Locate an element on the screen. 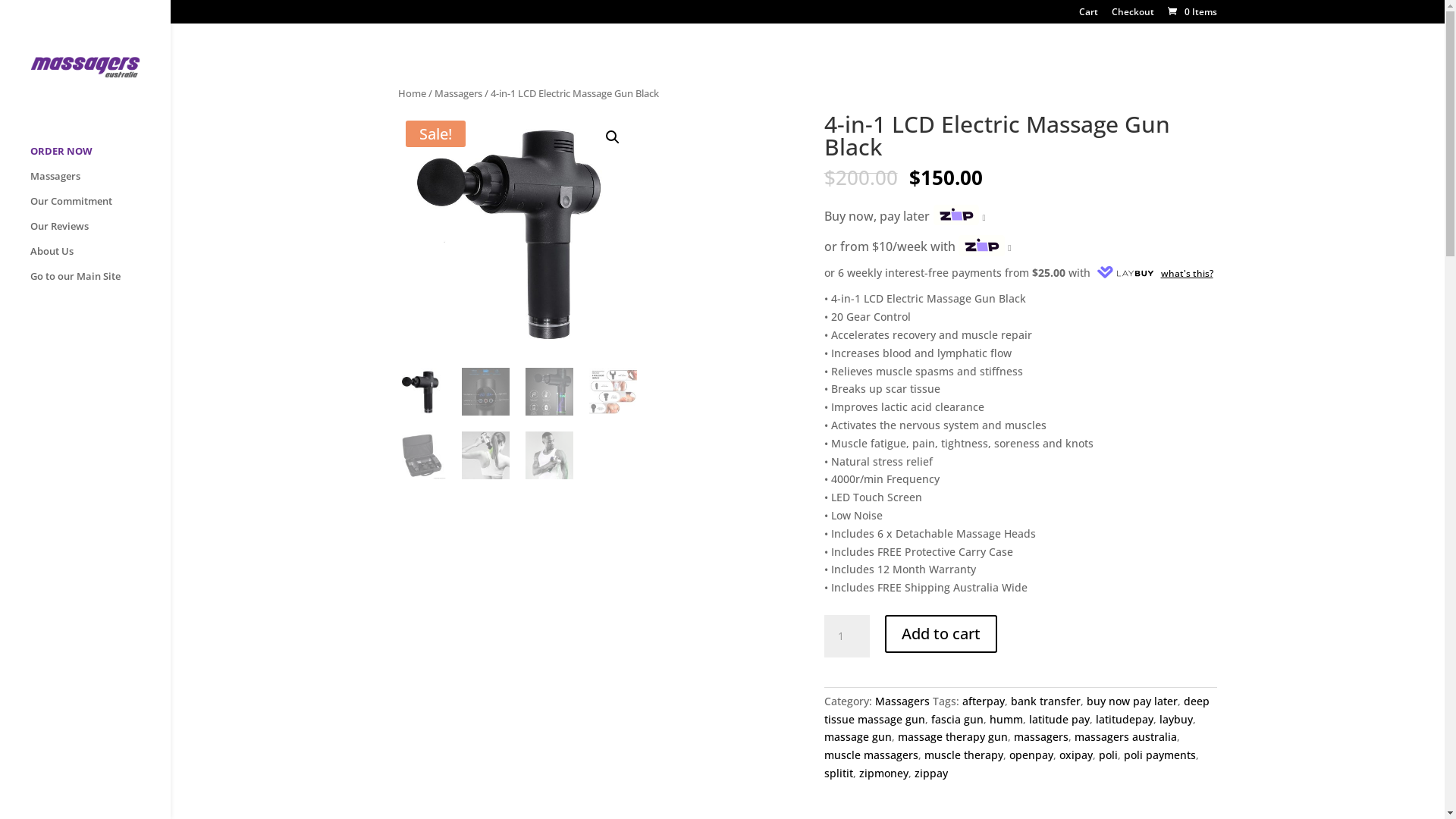 The height and width of the screenshot is (819, 1456). 'Add to cart' is located at coordinates (940, 634).